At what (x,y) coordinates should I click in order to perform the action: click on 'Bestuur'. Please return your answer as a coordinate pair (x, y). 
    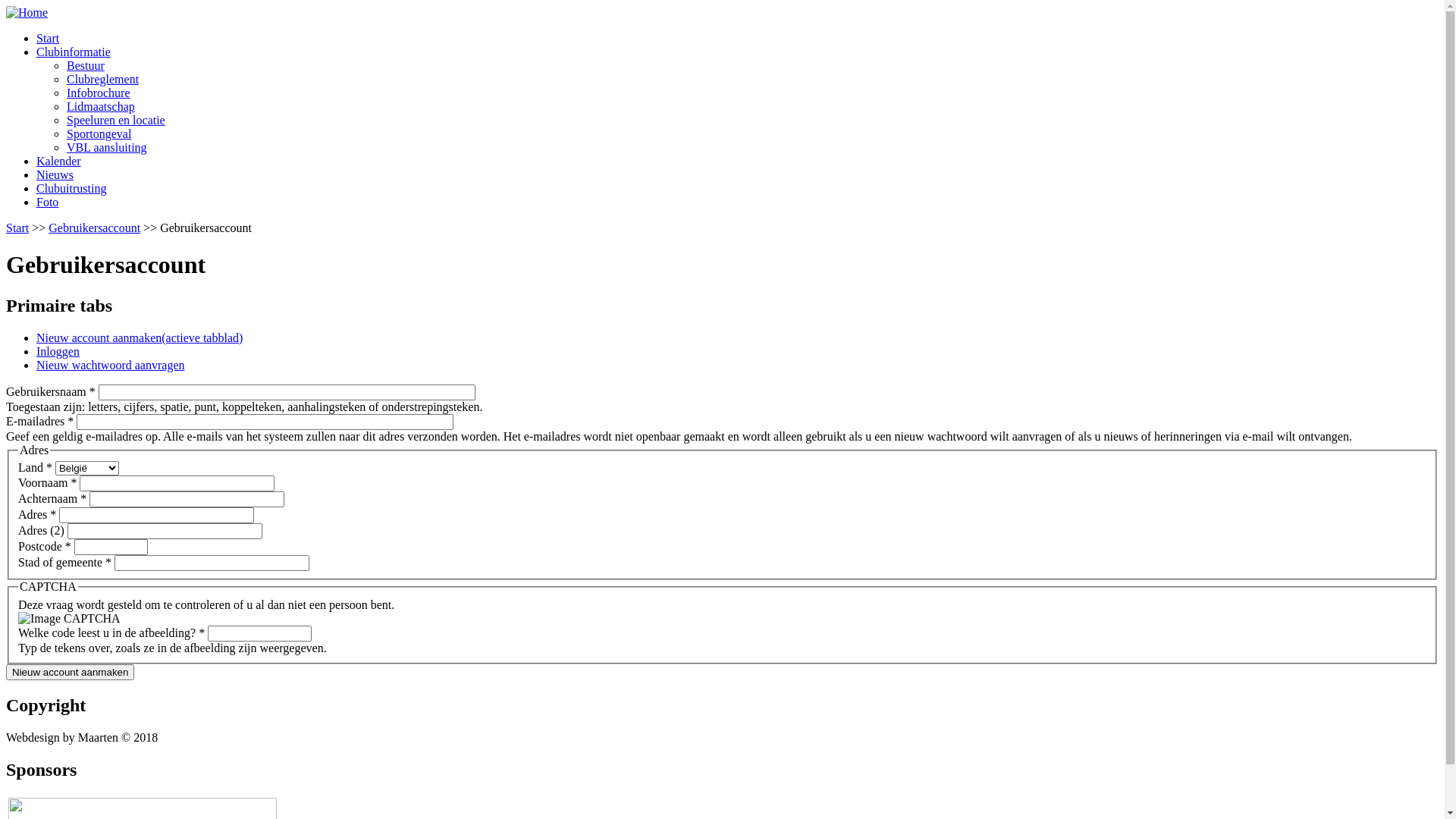
    Looking at the image, I should click on (85, 64).